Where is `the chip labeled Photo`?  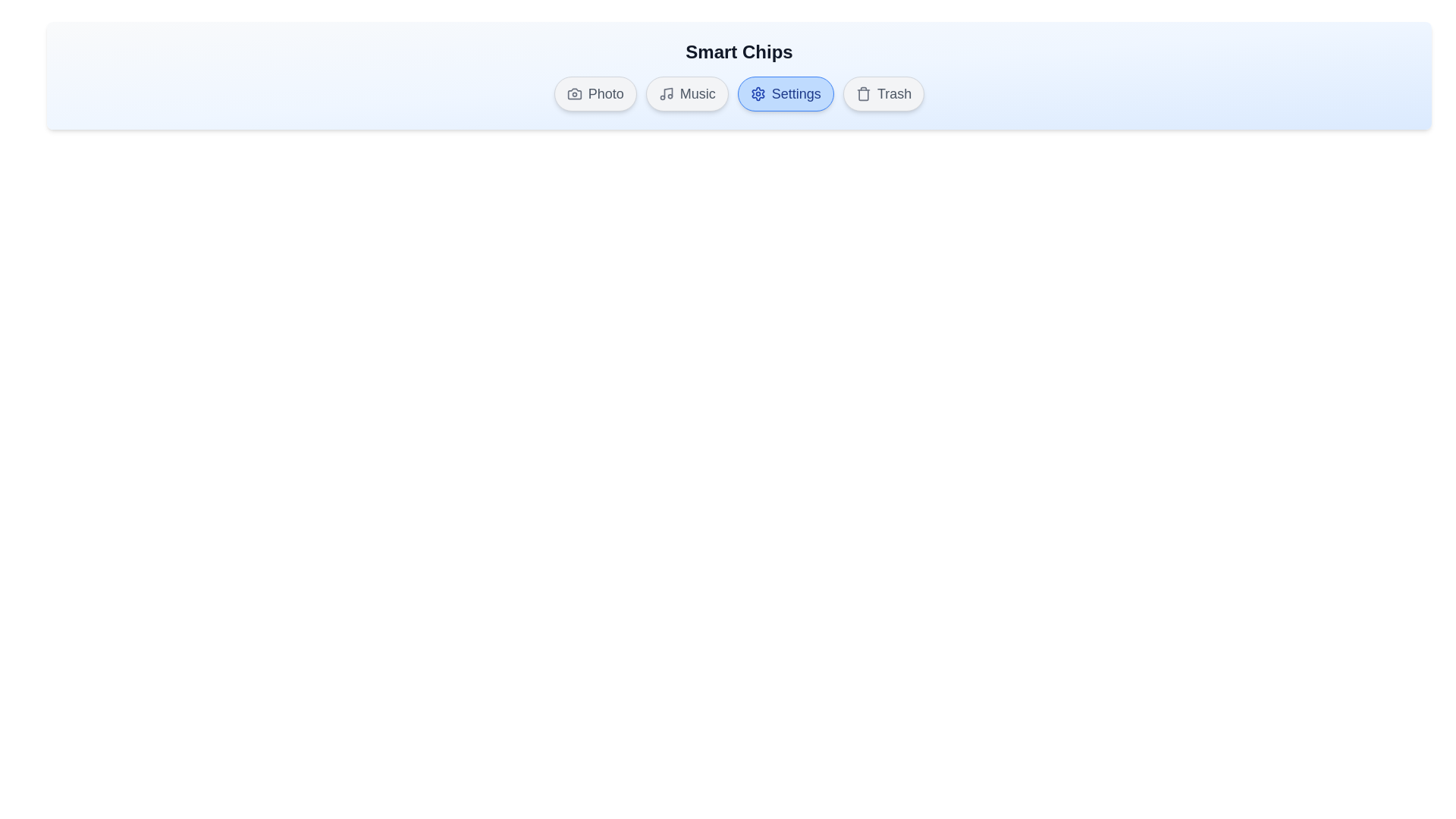
the chip labeled Photo is located at coordinates (595, 93).